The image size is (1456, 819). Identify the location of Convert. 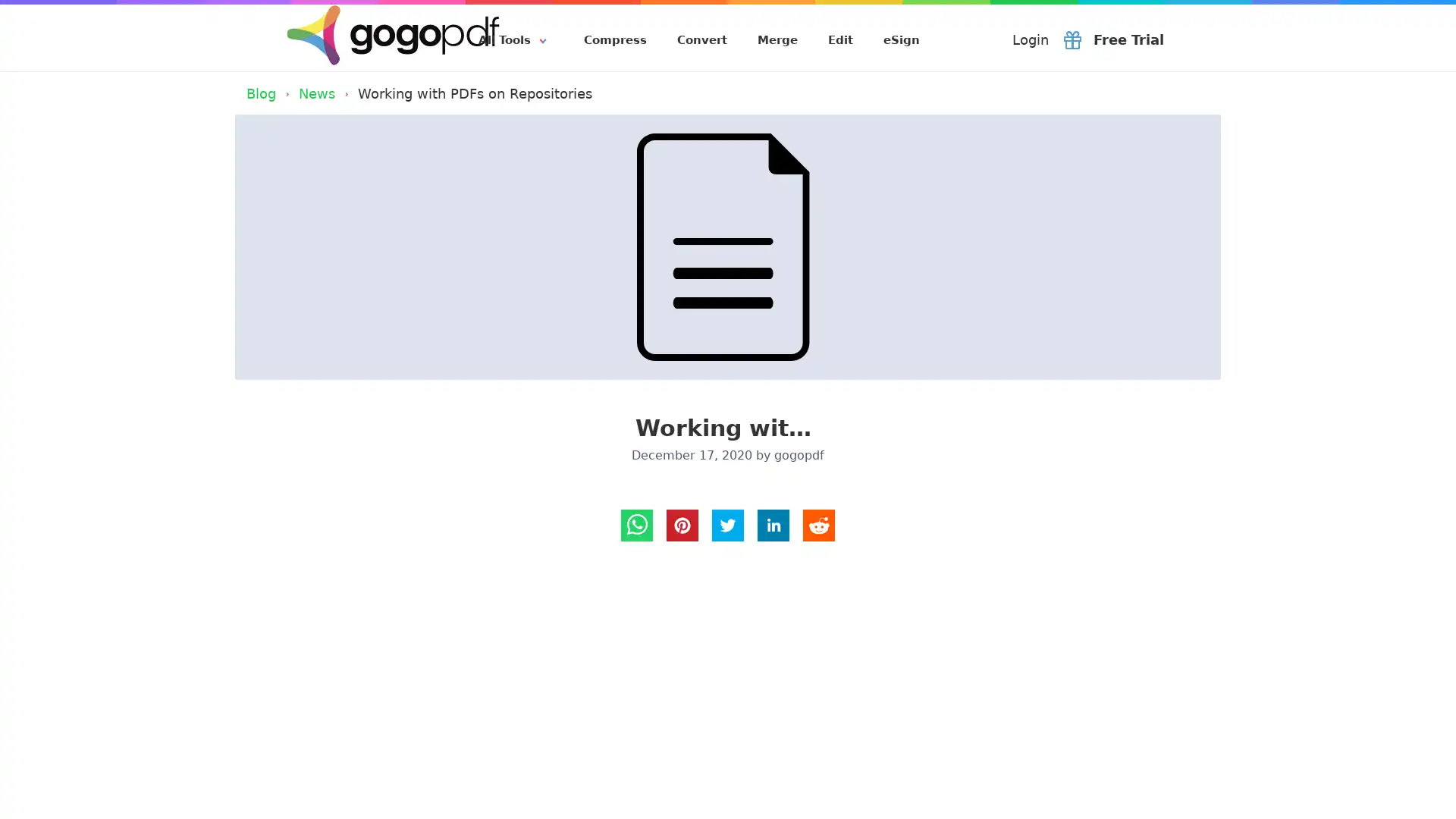
(701, 39).